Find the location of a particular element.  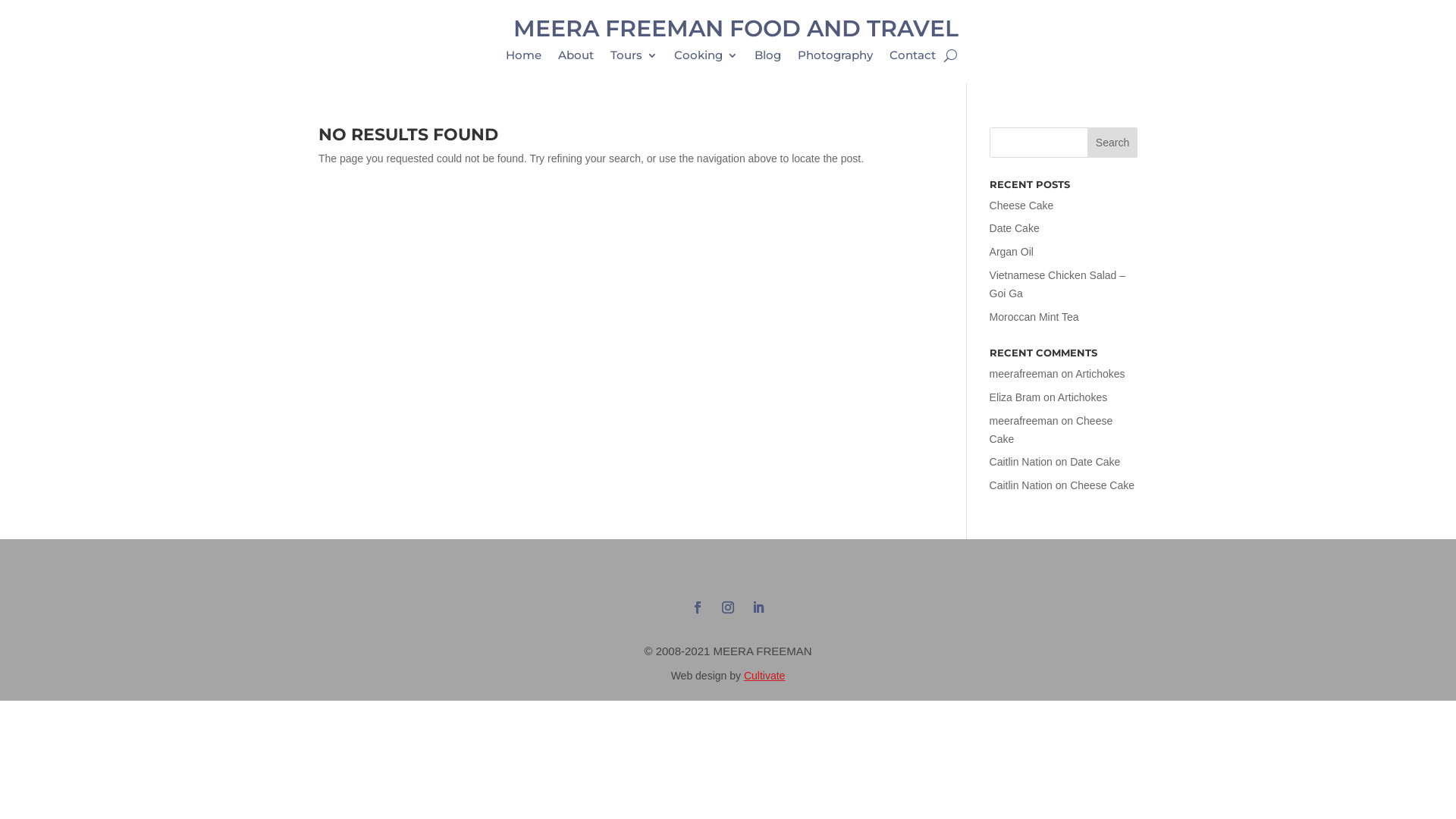

'Photography' is located at coordinates (834, 58).